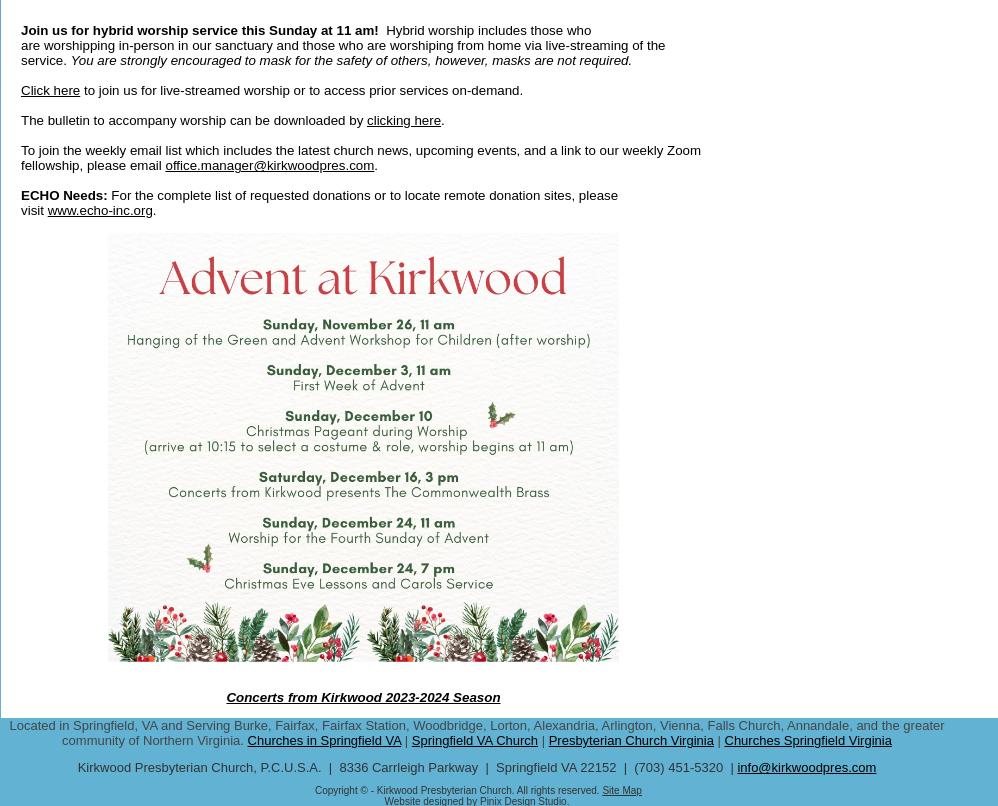 Image resolution: width=998 pixels, height=806 pixels. What do you see at coordinates (247, 739) in the screenshot?
I see `'Churches in Springfield VA'` at bounding box center [247, 739].